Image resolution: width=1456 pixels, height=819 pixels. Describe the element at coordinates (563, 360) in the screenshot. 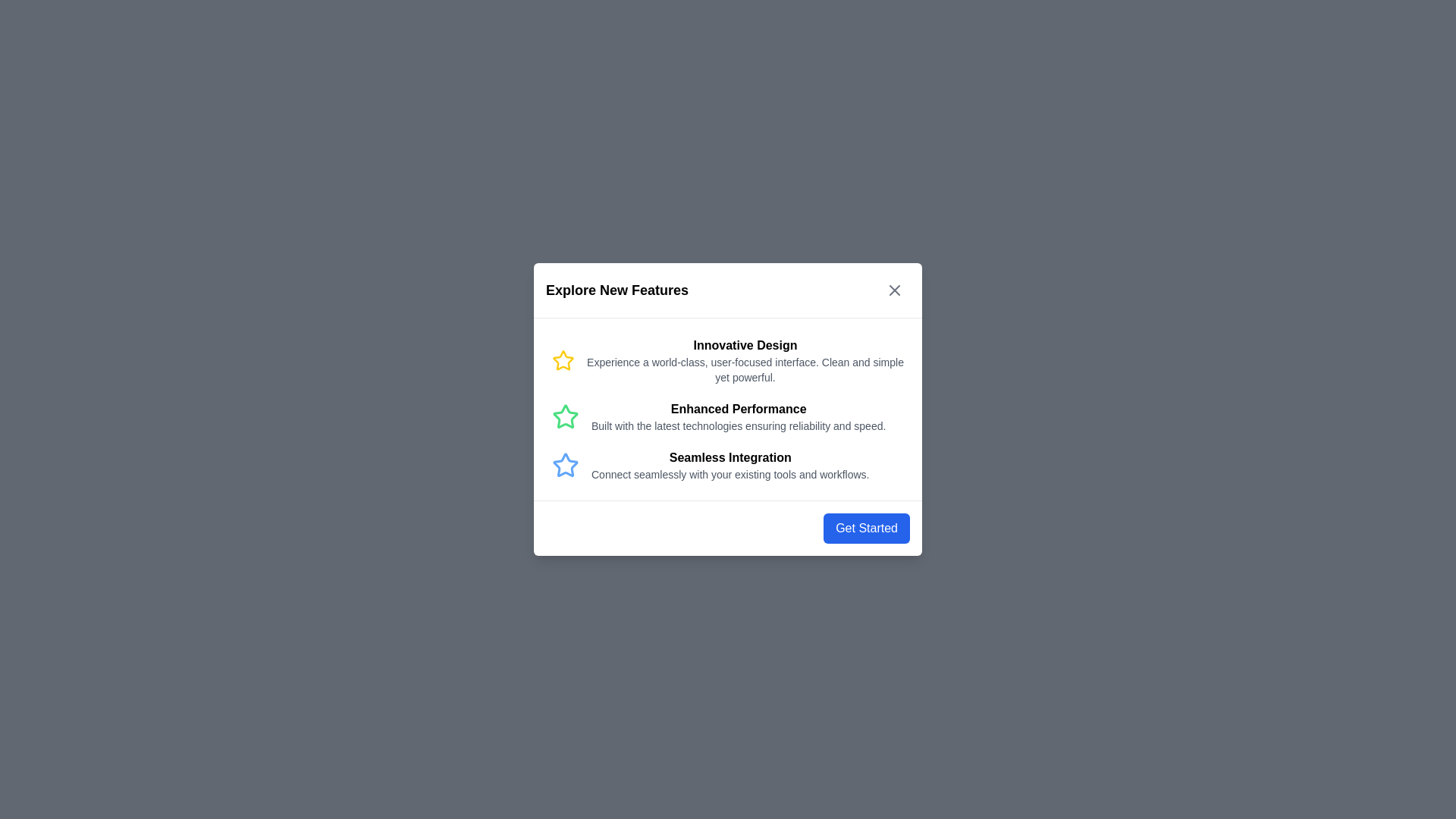

I see `the visual representation of the first star icon indicating 'Innovative Design', located to the left of its title` at that location.